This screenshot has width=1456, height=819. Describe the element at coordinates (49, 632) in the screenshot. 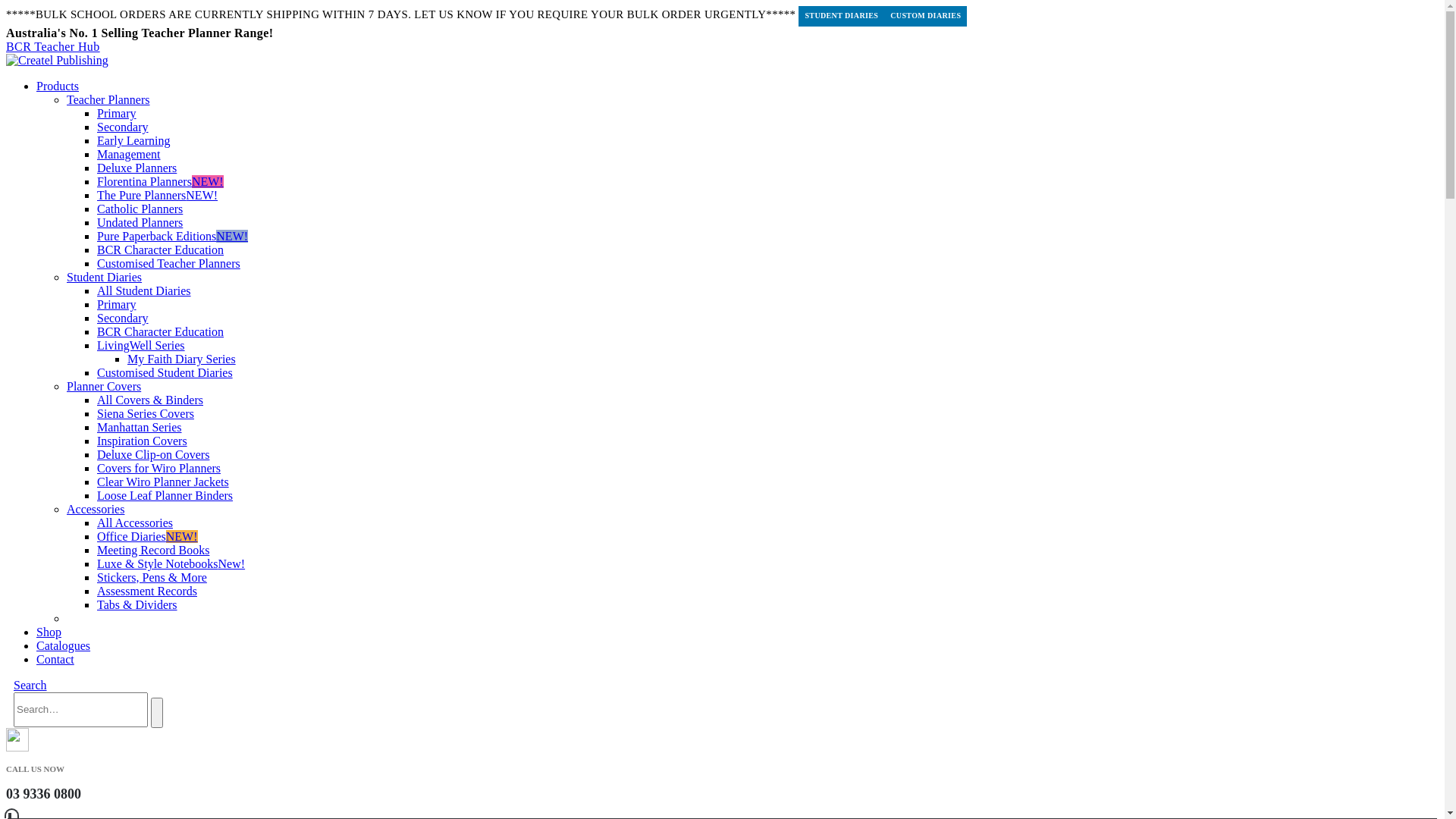

I see `'Shop'` at that location.